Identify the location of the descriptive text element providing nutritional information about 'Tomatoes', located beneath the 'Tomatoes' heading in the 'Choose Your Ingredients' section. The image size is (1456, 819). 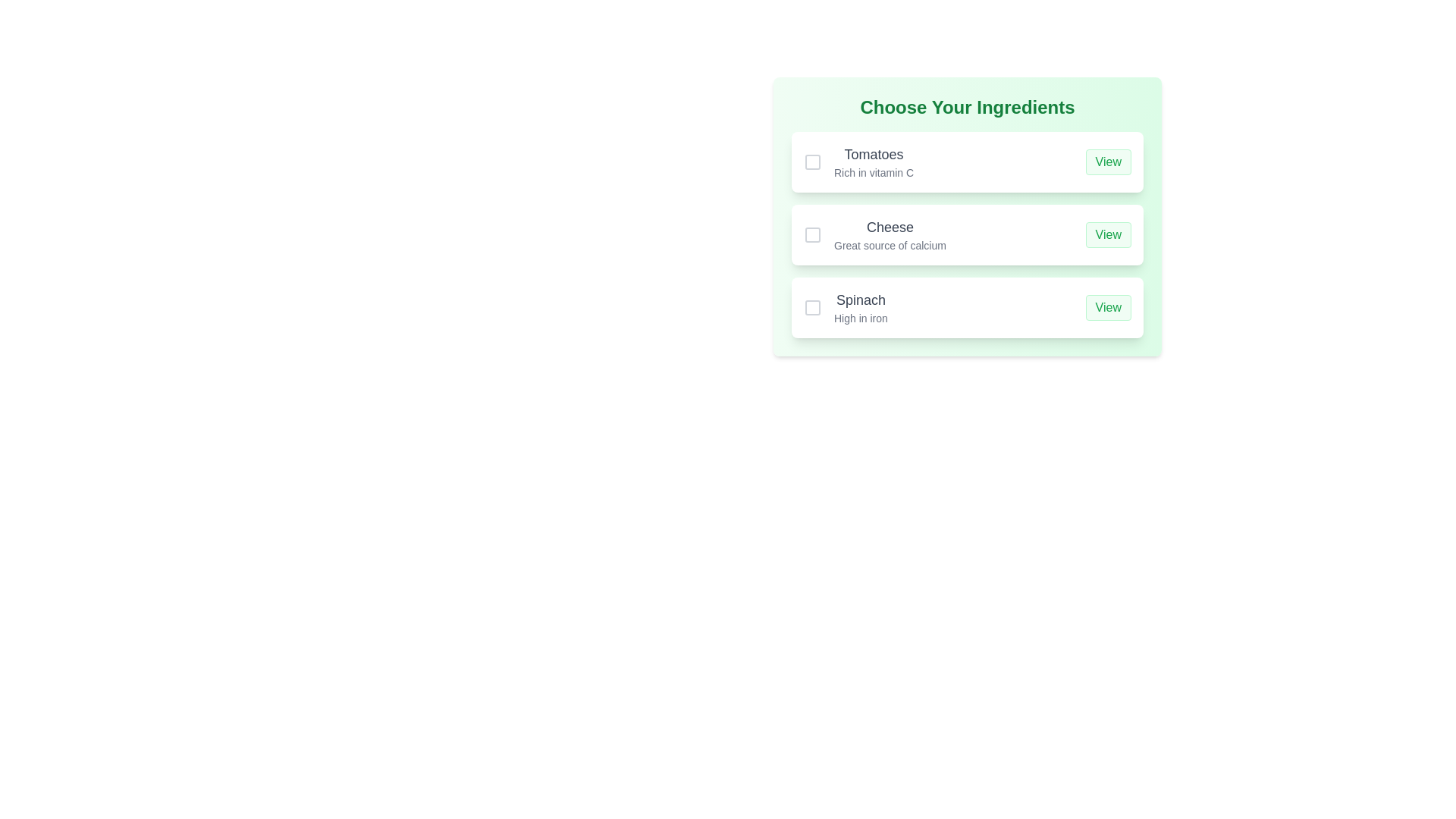
(874, 171).